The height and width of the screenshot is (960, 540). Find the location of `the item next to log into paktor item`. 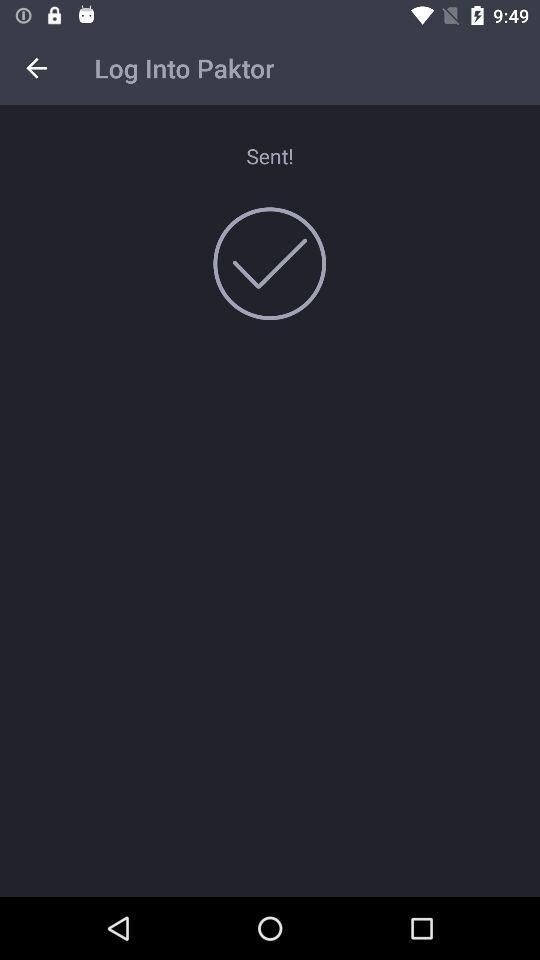

the item next to log into paktor item is located at coordinates (36, 68).